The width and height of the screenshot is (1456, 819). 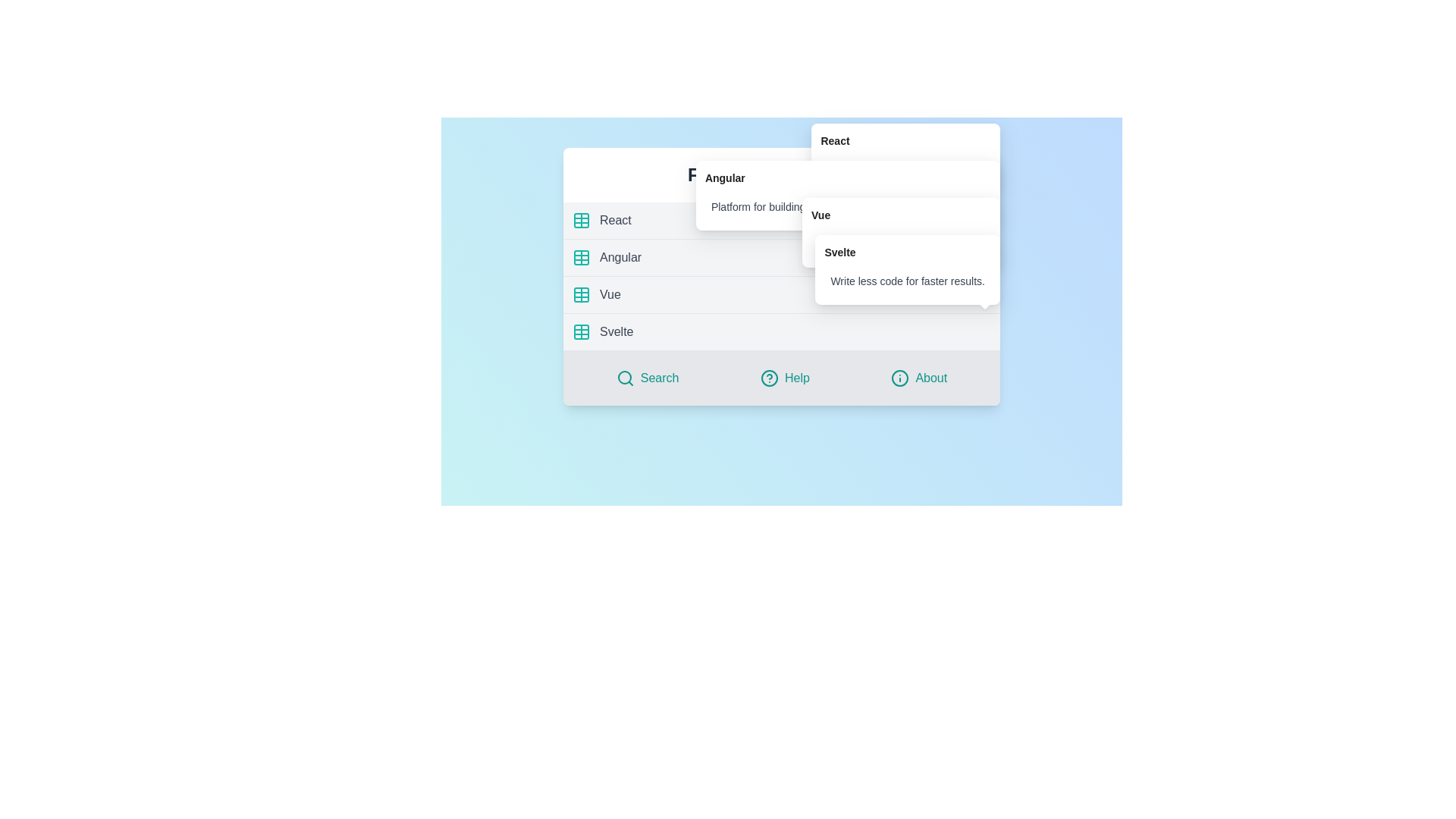 I want to click on the grid icon component located in the second cell from the top, to the left of the 'Vue' label, so click(x=581, y=295).